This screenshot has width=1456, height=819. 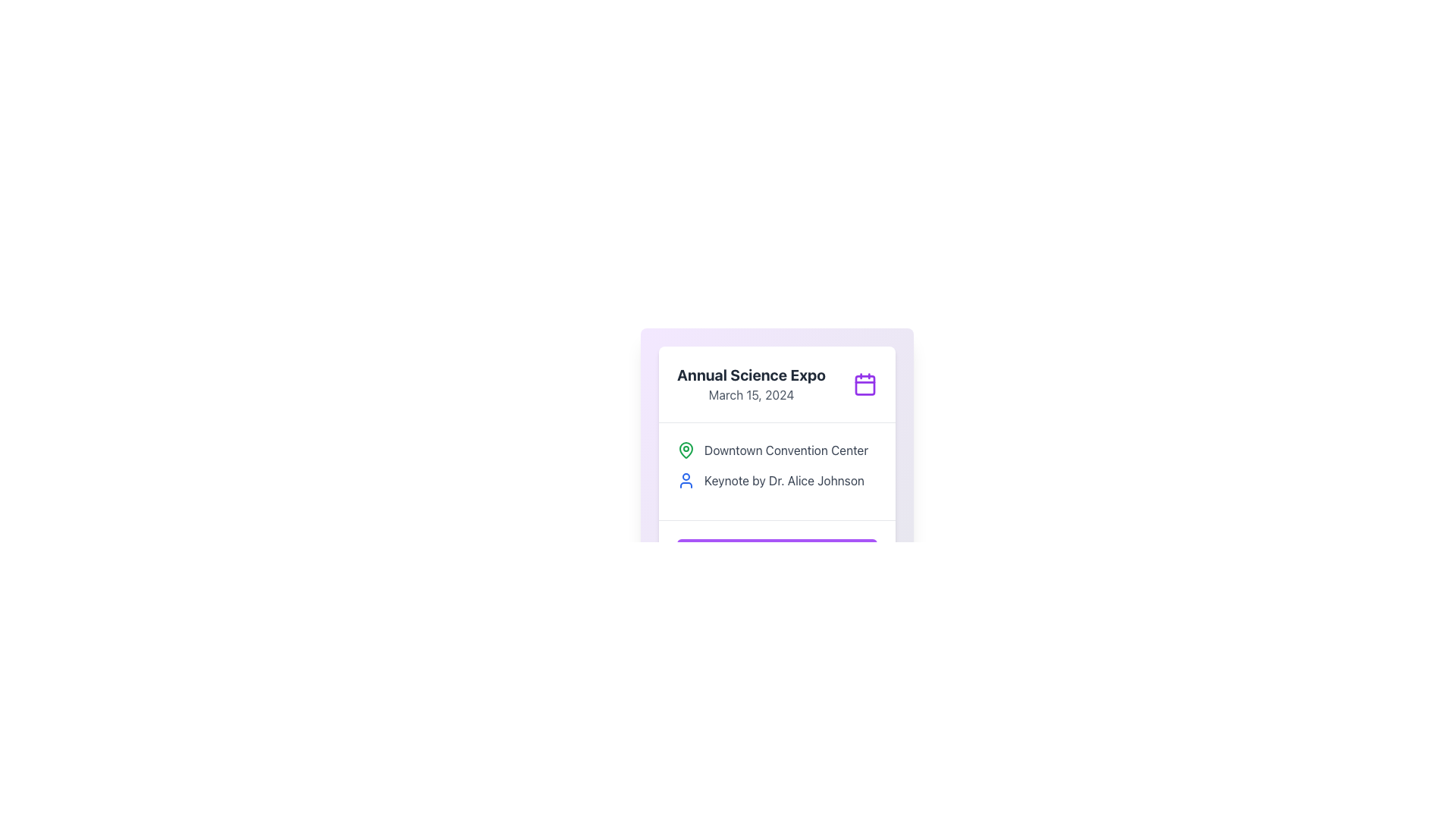 What do you see at coordinates (777, 480) in the screenshot?
I see `text content of the Text Label with Icon that indicates 'Keynote by Dr. Alice Johnson', located next to a user profile icon in blue, within the second section of the event information block` at bounding box center [777, 480].